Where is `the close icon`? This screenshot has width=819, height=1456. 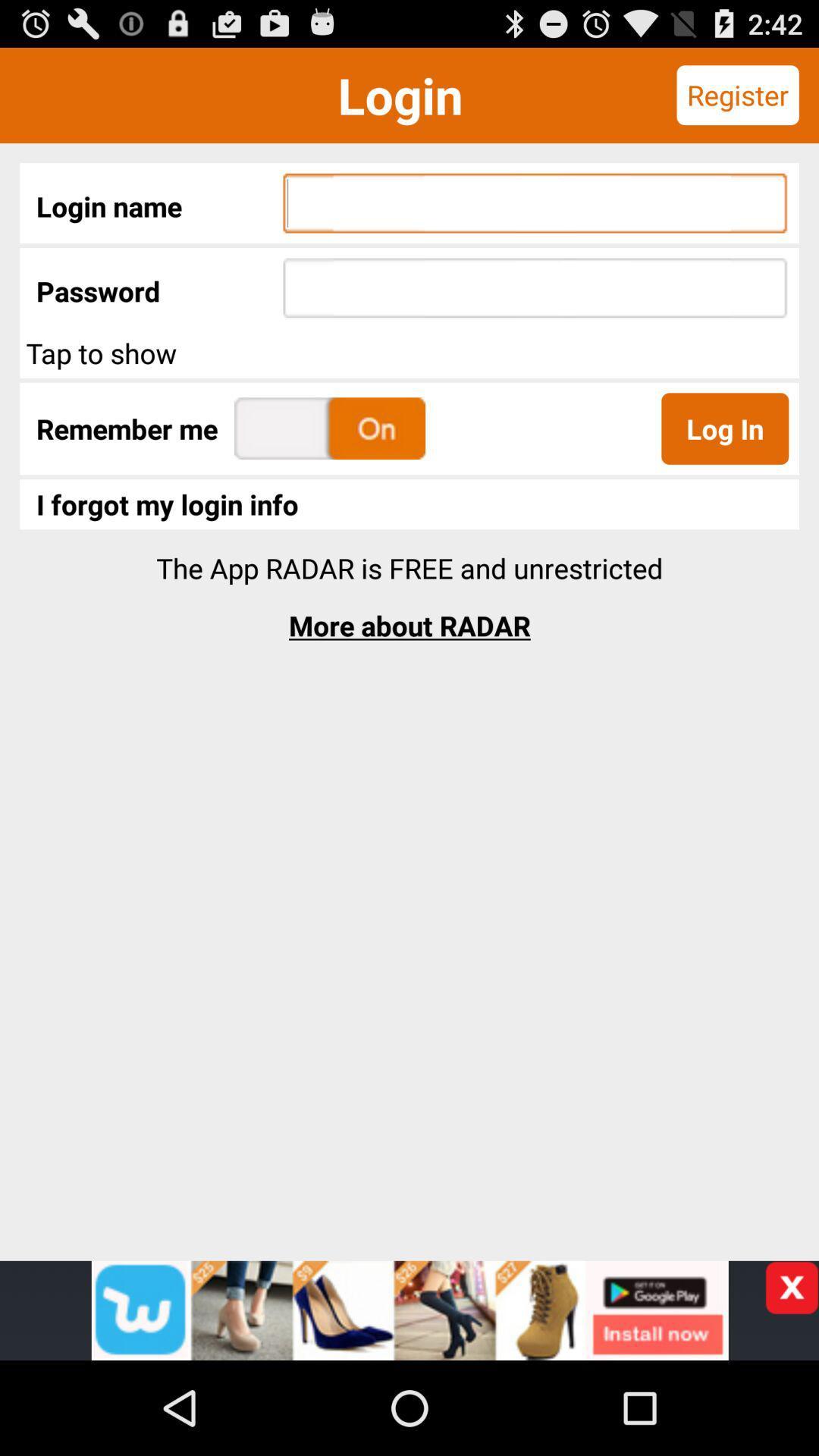 the close icon is located at coordinates (791, 1378).